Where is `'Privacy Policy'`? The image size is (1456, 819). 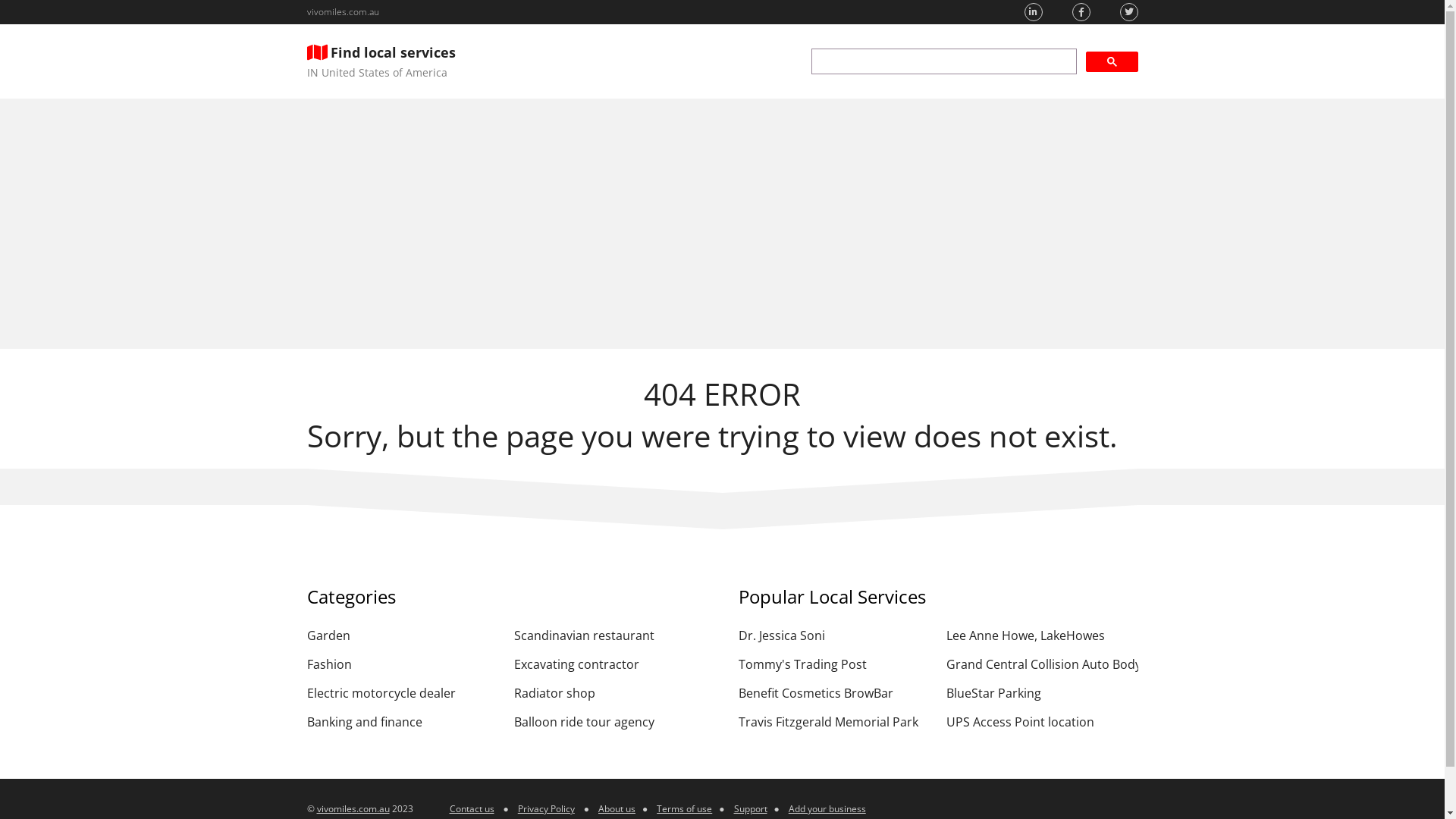 'Privacy Policy' is located at coordinates (546, 808).